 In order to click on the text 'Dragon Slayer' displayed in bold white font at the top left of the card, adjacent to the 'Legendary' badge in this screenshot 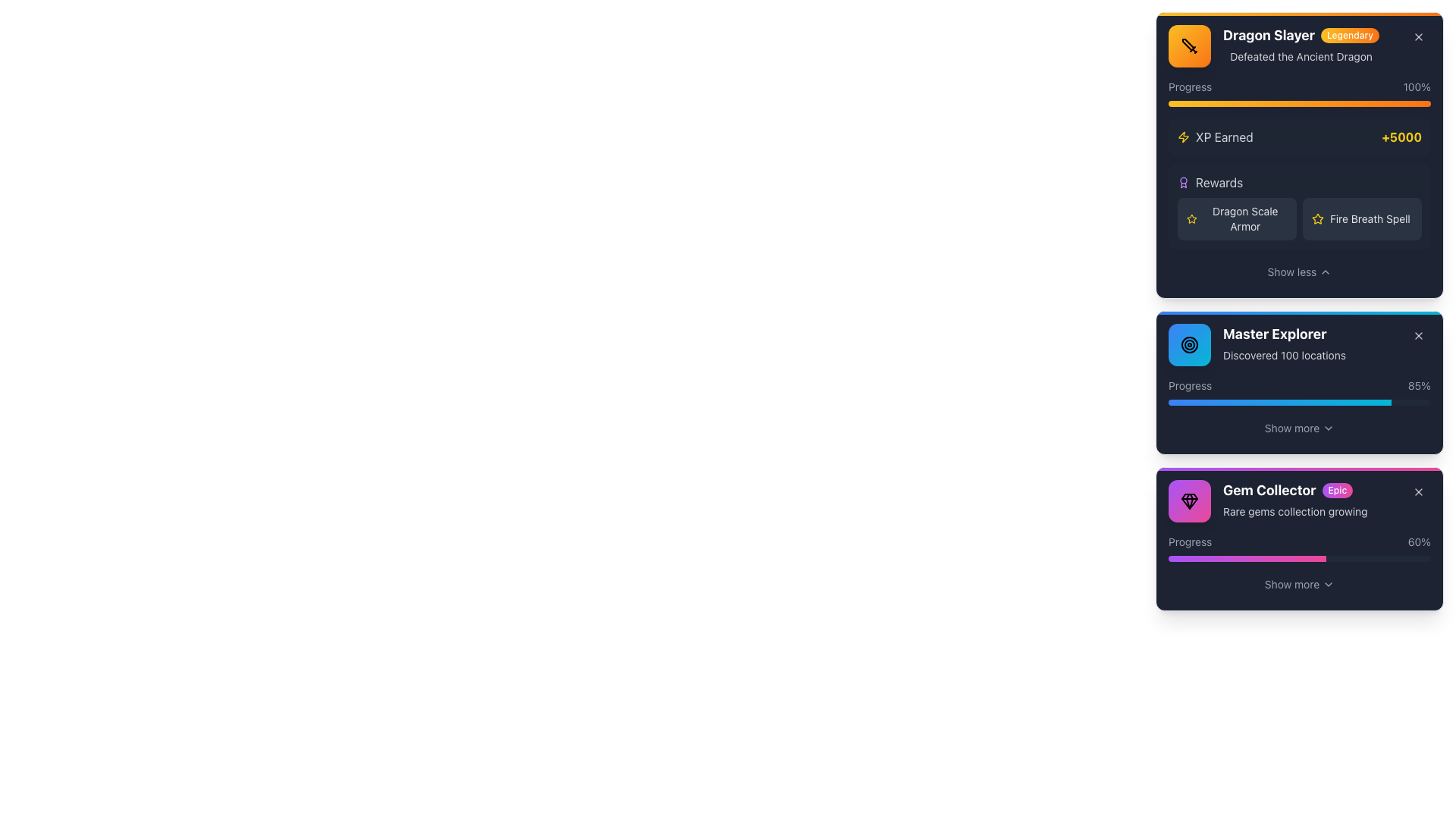, I will do `click(1269, 34)`.